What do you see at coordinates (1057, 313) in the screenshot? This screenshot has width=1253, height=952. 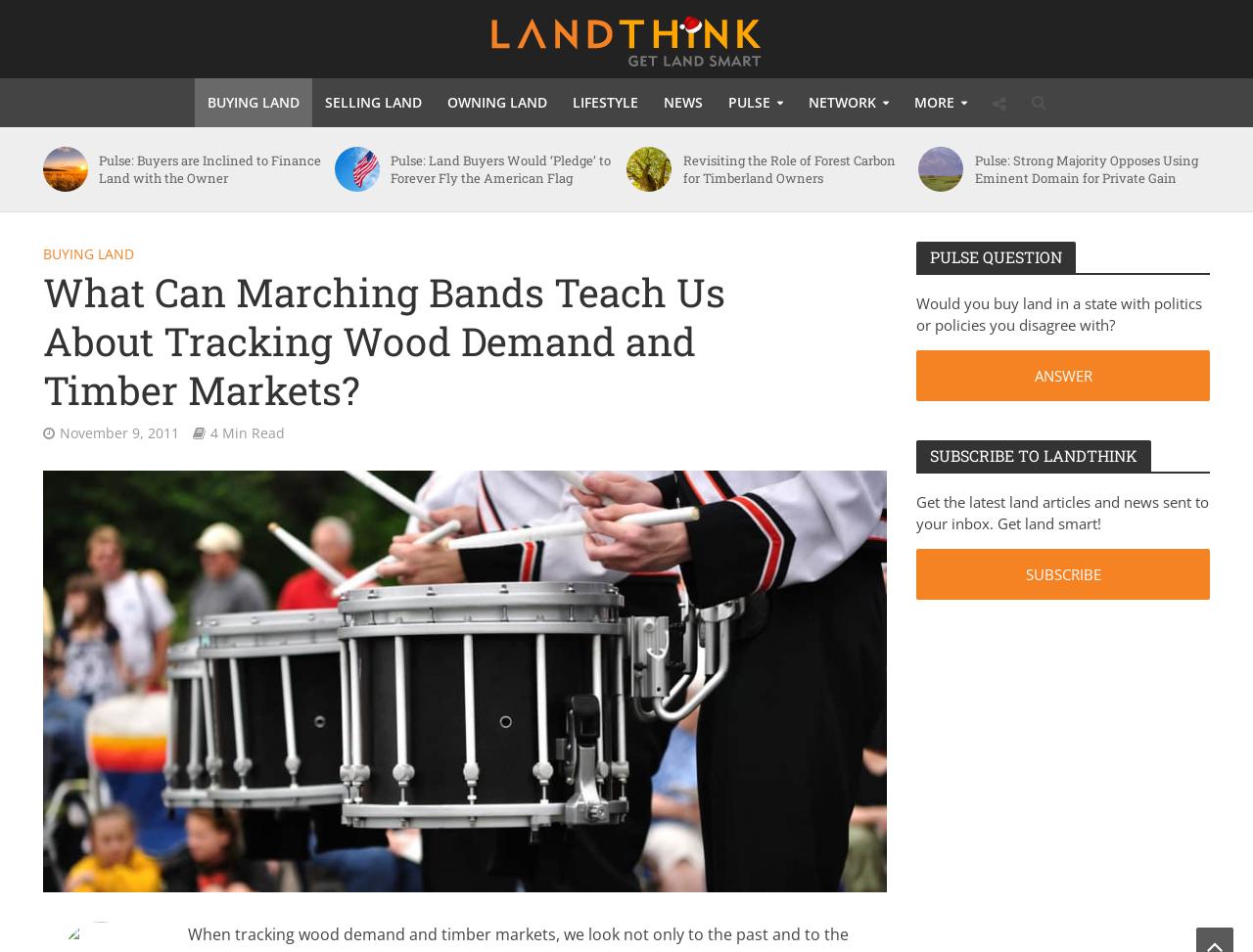 I see `'Would you buy land in a state with politics or policies you disagree with?'` at bounding box center [1057, 313].